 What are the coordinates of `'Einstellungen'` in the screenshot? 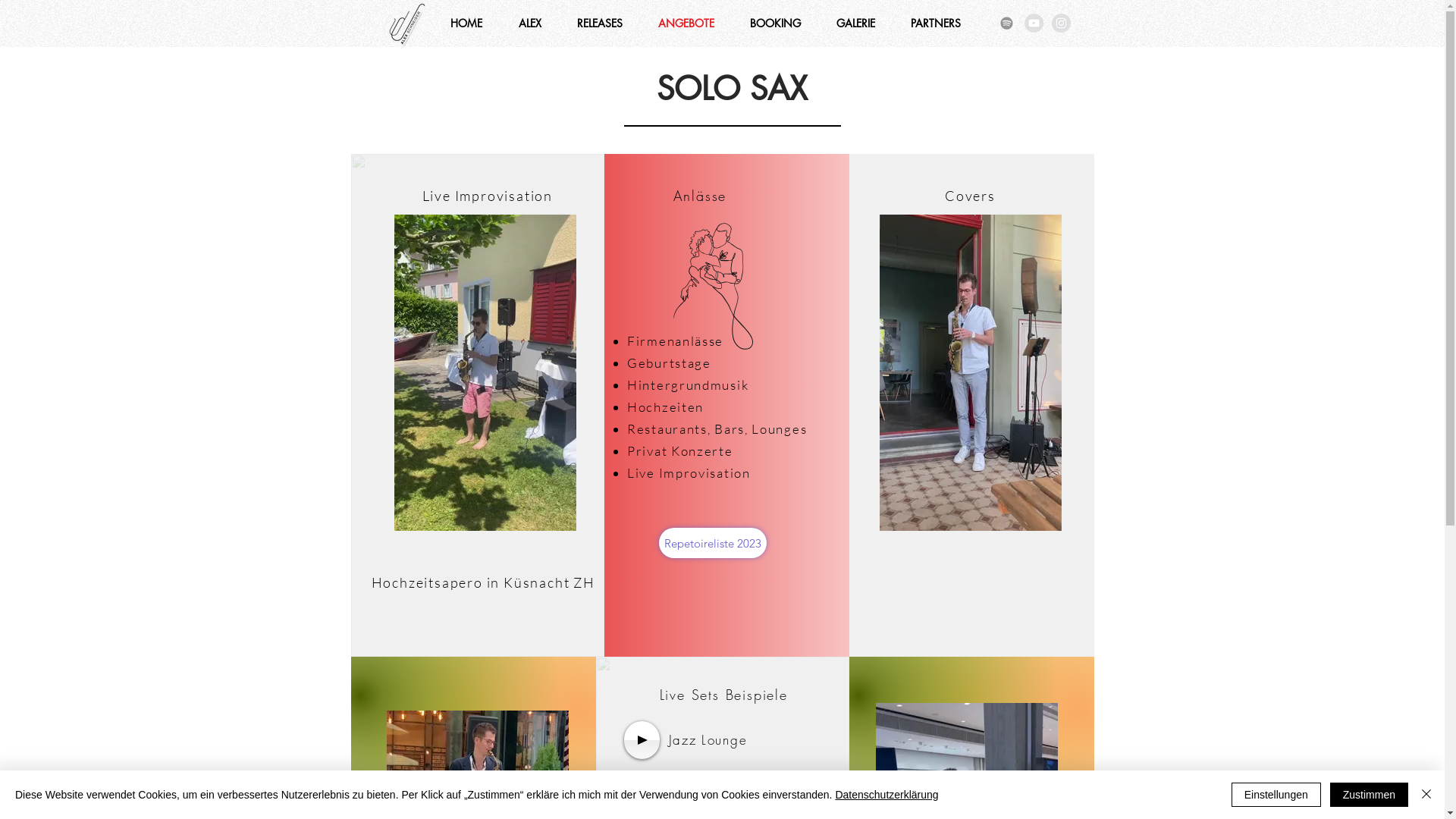 It's located at (1276, 794).